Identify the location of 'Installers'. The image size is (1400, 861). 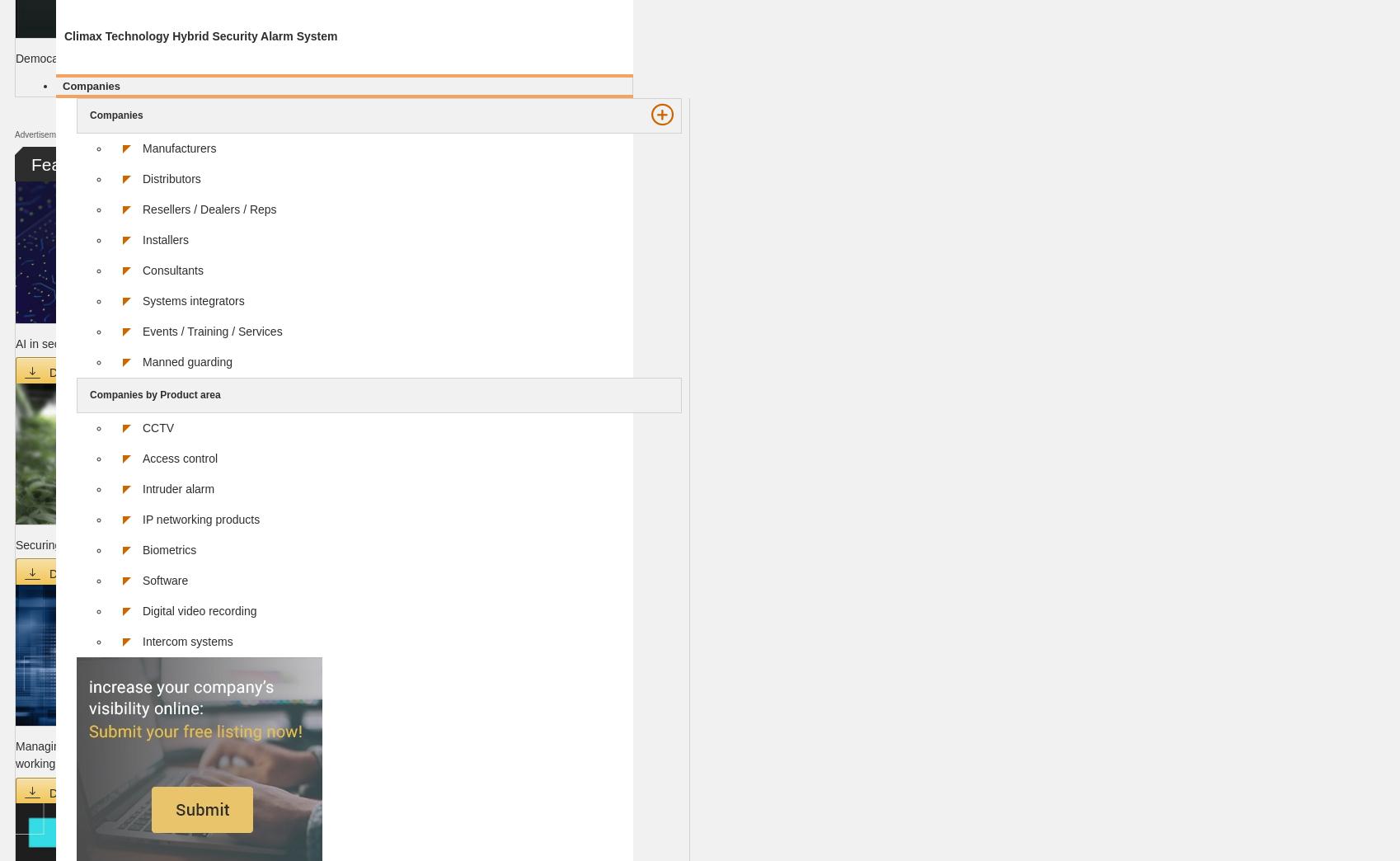
(166, 238).